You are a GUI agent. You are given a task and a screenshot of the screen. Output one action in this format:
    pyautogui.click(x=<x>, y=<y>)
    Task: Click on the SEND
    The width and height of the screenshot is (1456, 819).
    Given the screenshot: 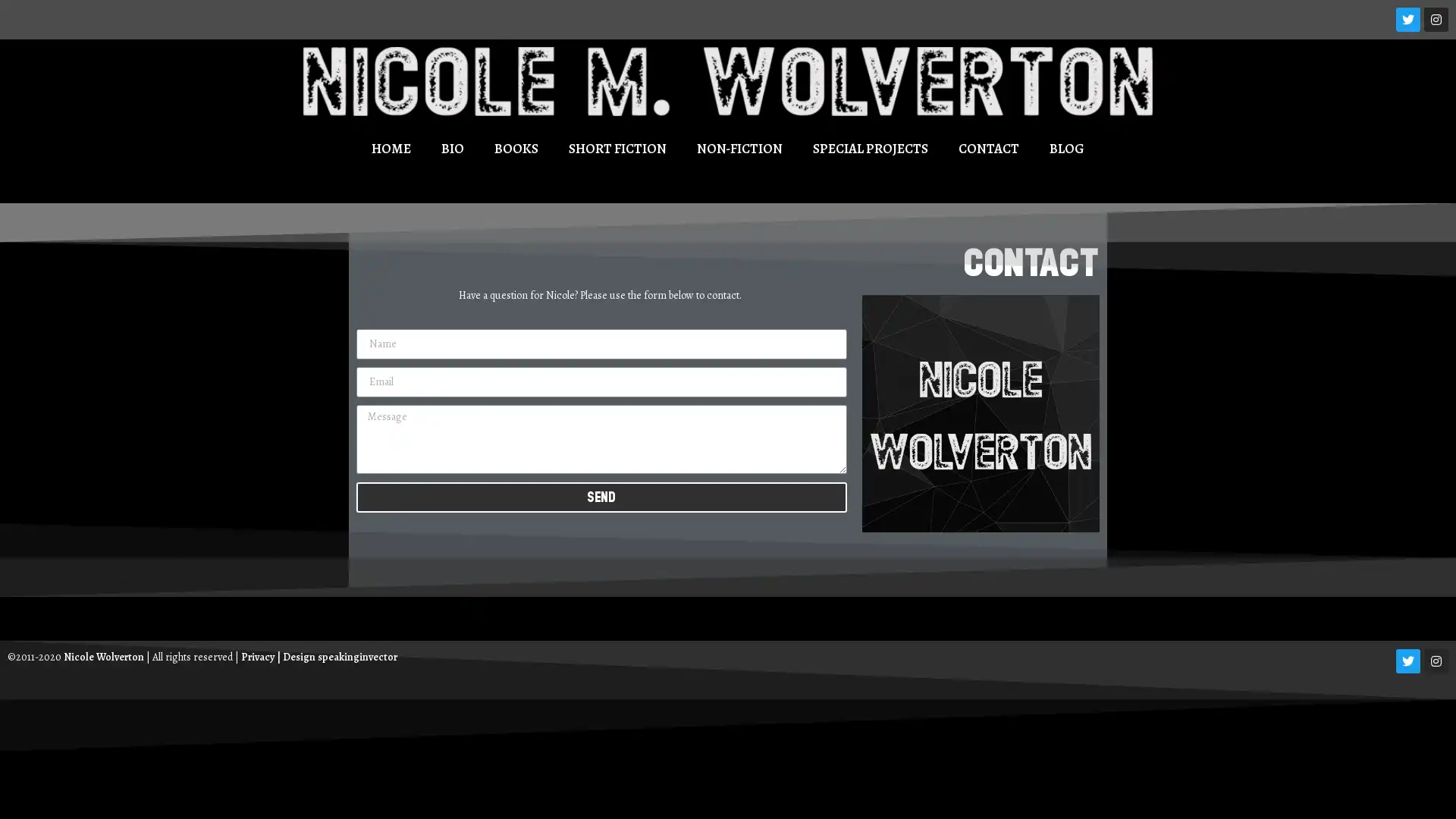 What is the action you would take?
    pyautogui.click(x=600, y=497)
    